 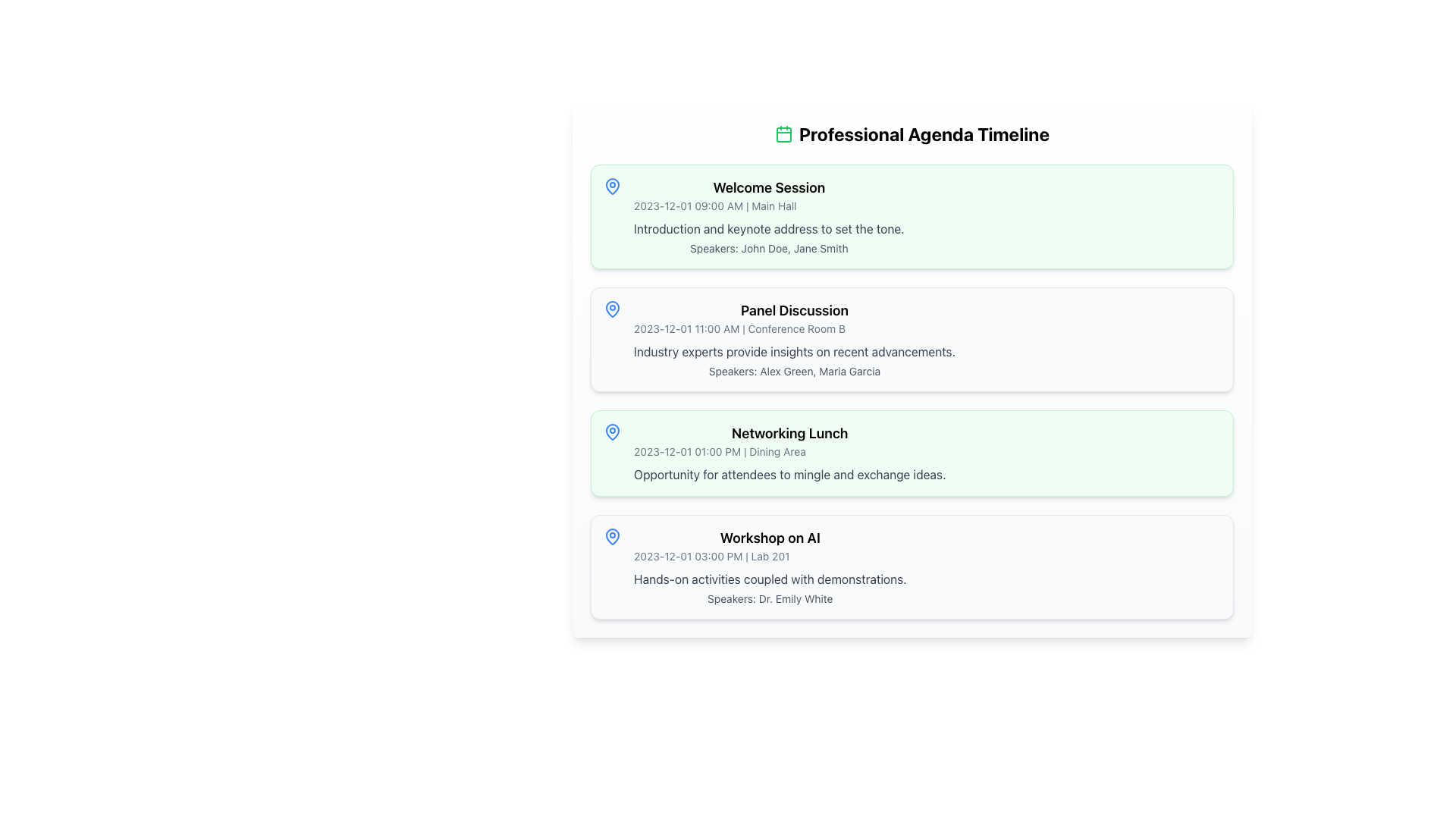 What do you see at coordinates (612, 185) in the screenshot?
I see `the blue map pin icon segment that is part of the vector graphic next to the 'Welcome Session' text in the first panel of the timeline` at bounding box center [612, 185].